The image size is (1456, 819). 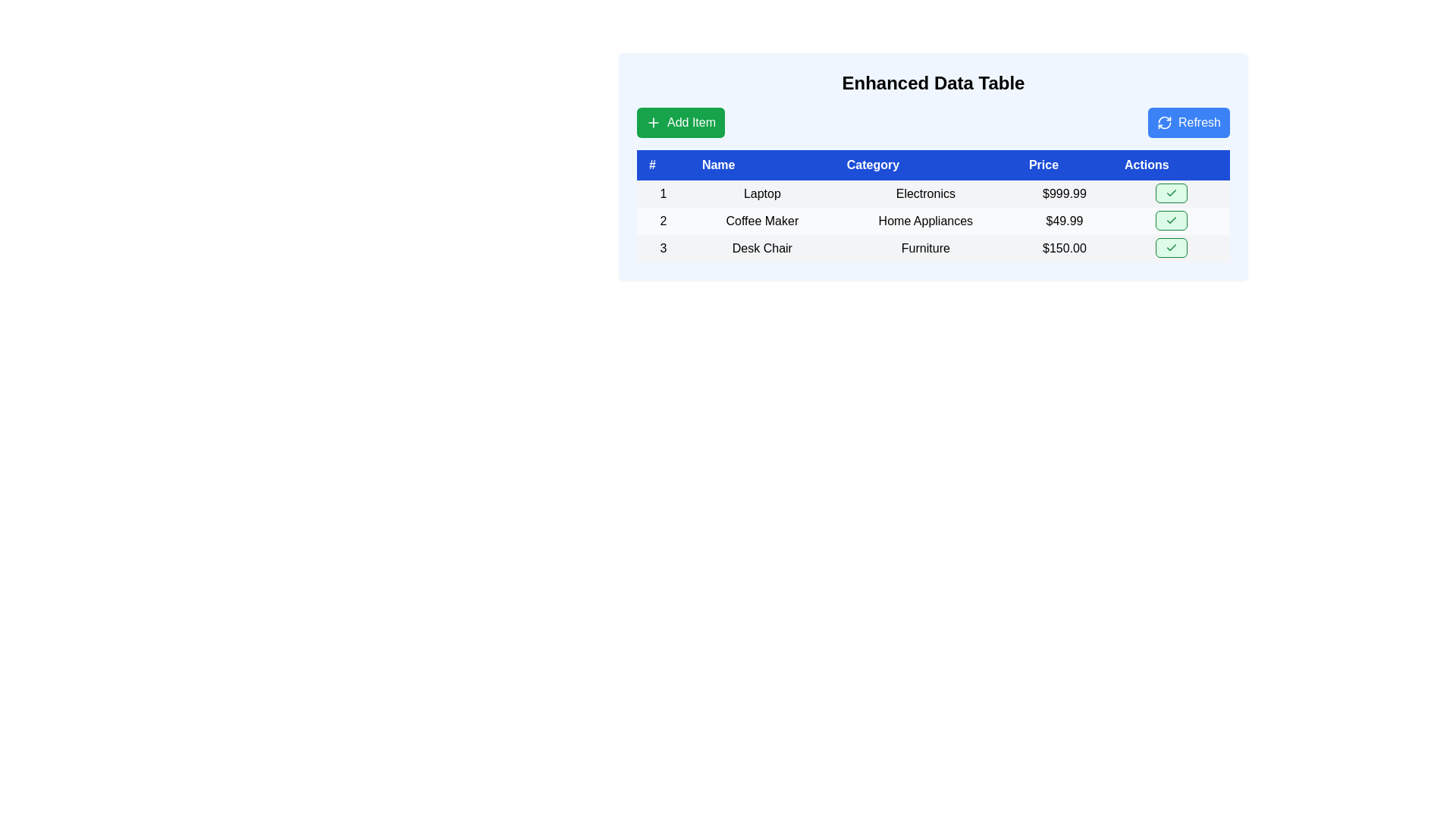 What do you see at coordinates (1164, 122) in the screenshot?
I see `the refresh SVG icon located in the top-right corner of the data table` at bounding box center [1164, 122].